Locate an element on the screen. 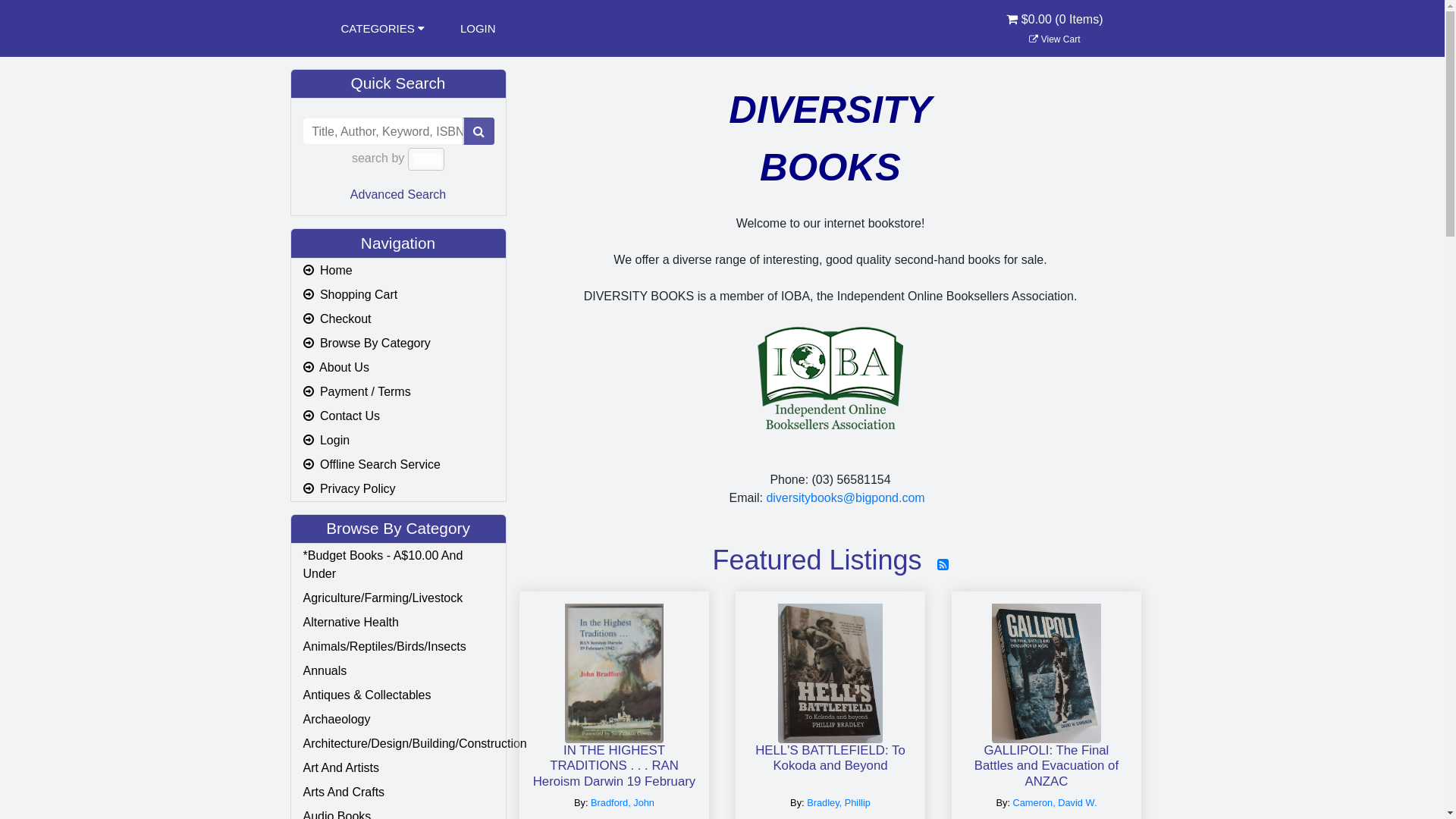 The height and width of the screenshot is (819, 1456). 'Architecture/Design/Building/Construction' is located at coordinates (398, 742).